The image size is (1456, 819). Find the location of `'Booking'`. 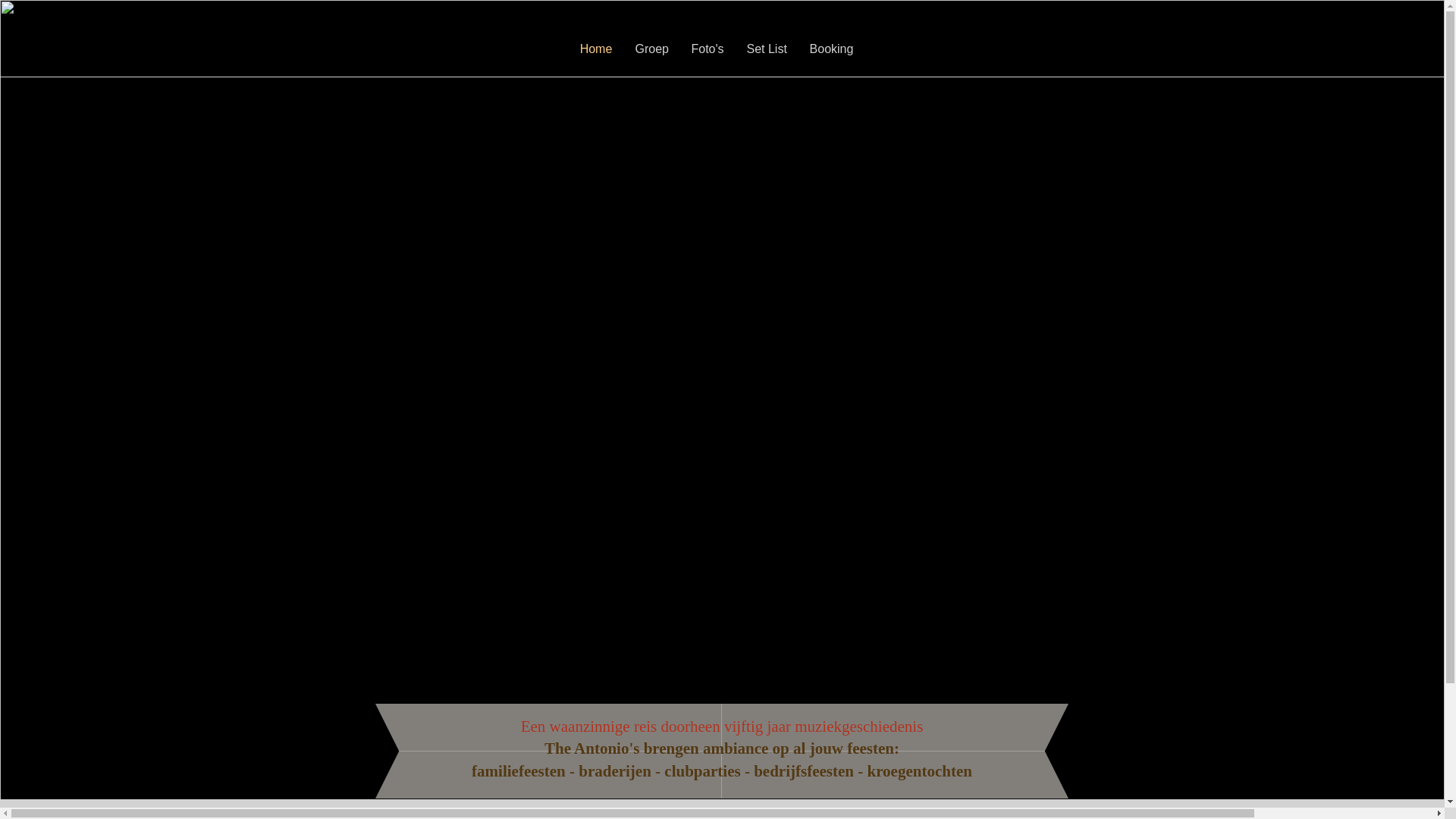

'Booking' is located at coordinates (830, 49).